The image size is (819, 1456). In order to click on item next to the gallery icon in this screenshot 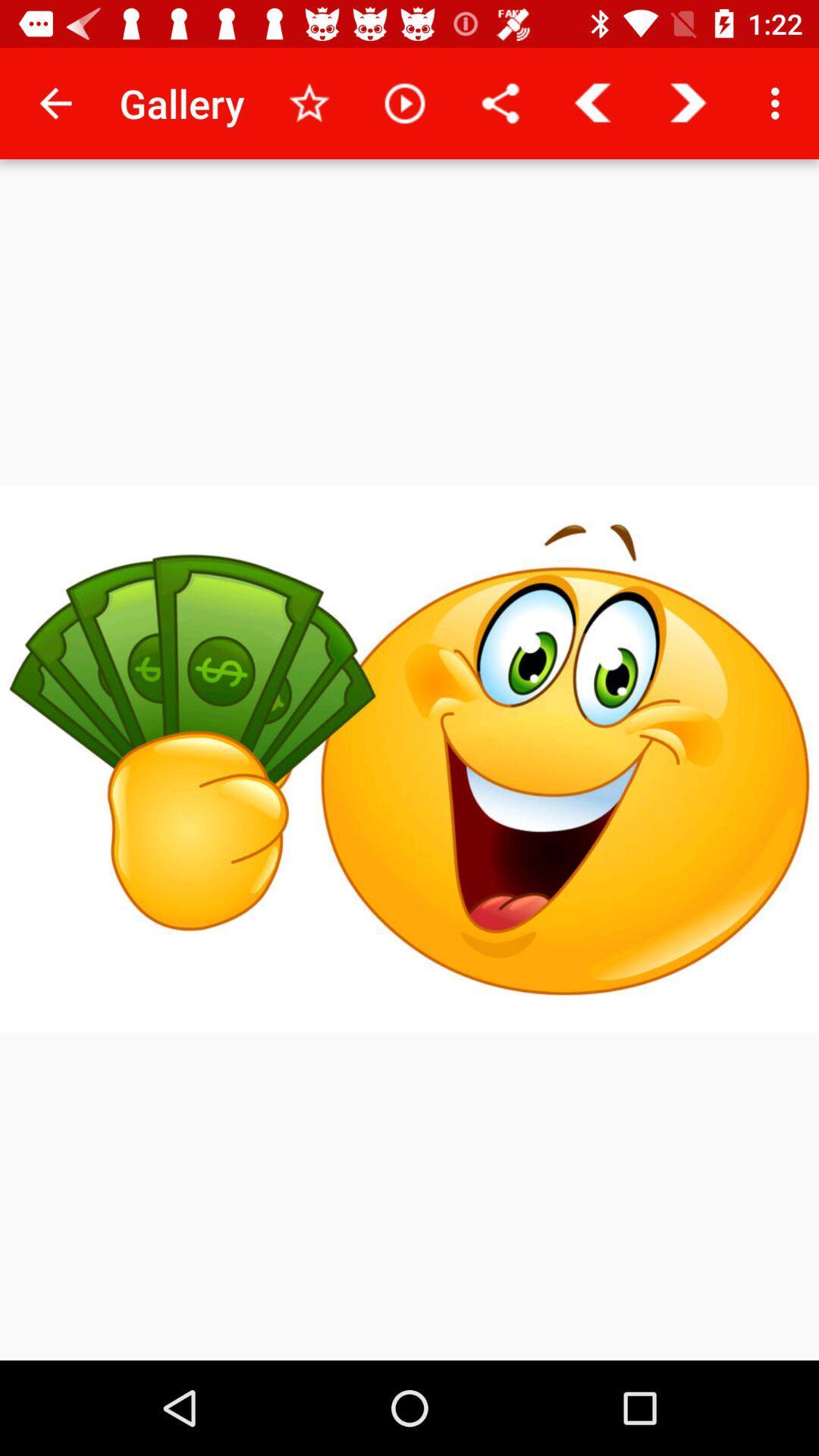, I will do `click(309, 102)`.